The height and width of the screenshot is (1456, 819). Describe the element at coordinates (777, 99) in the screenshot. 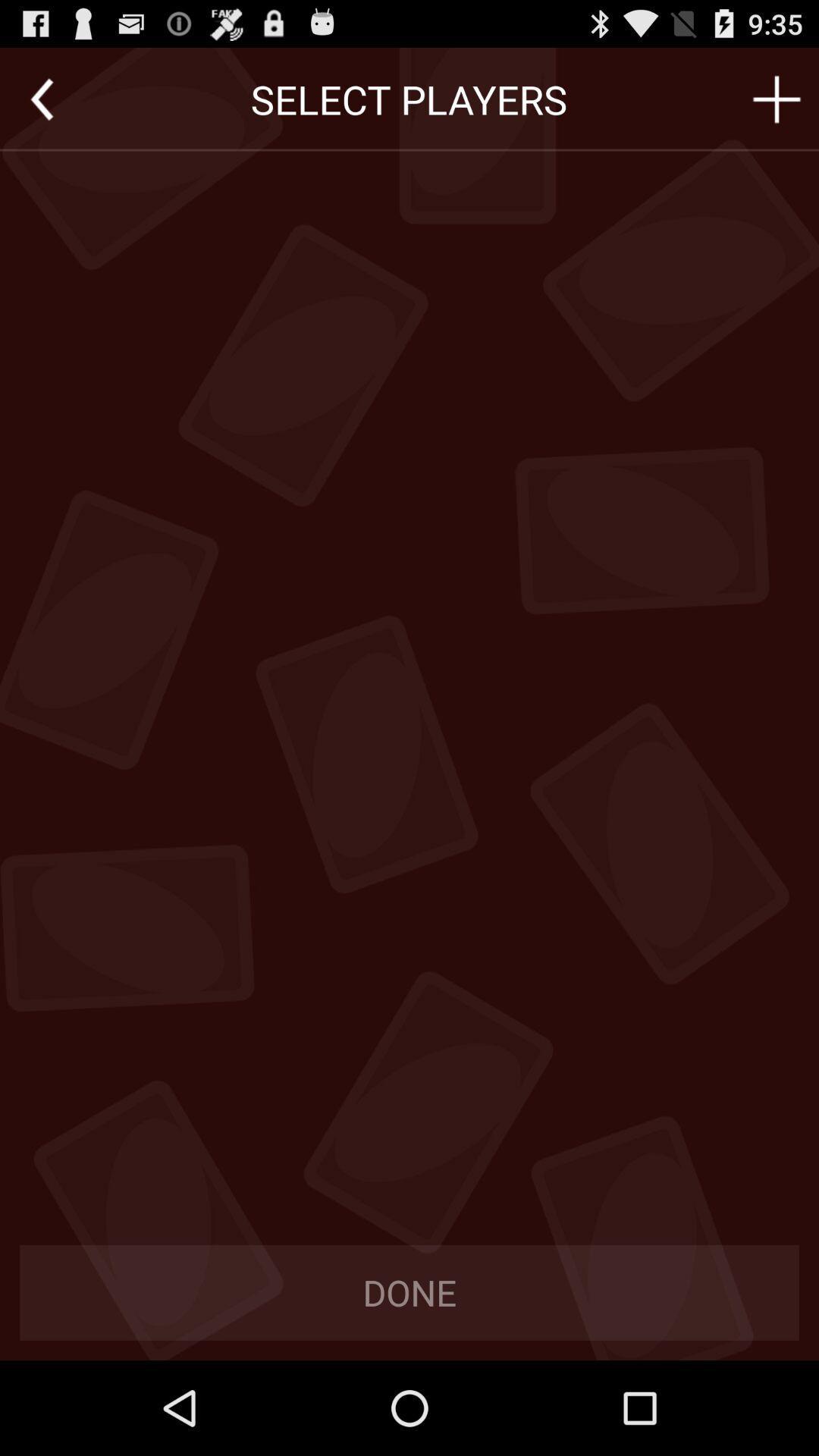

I see `to add option` at that location.